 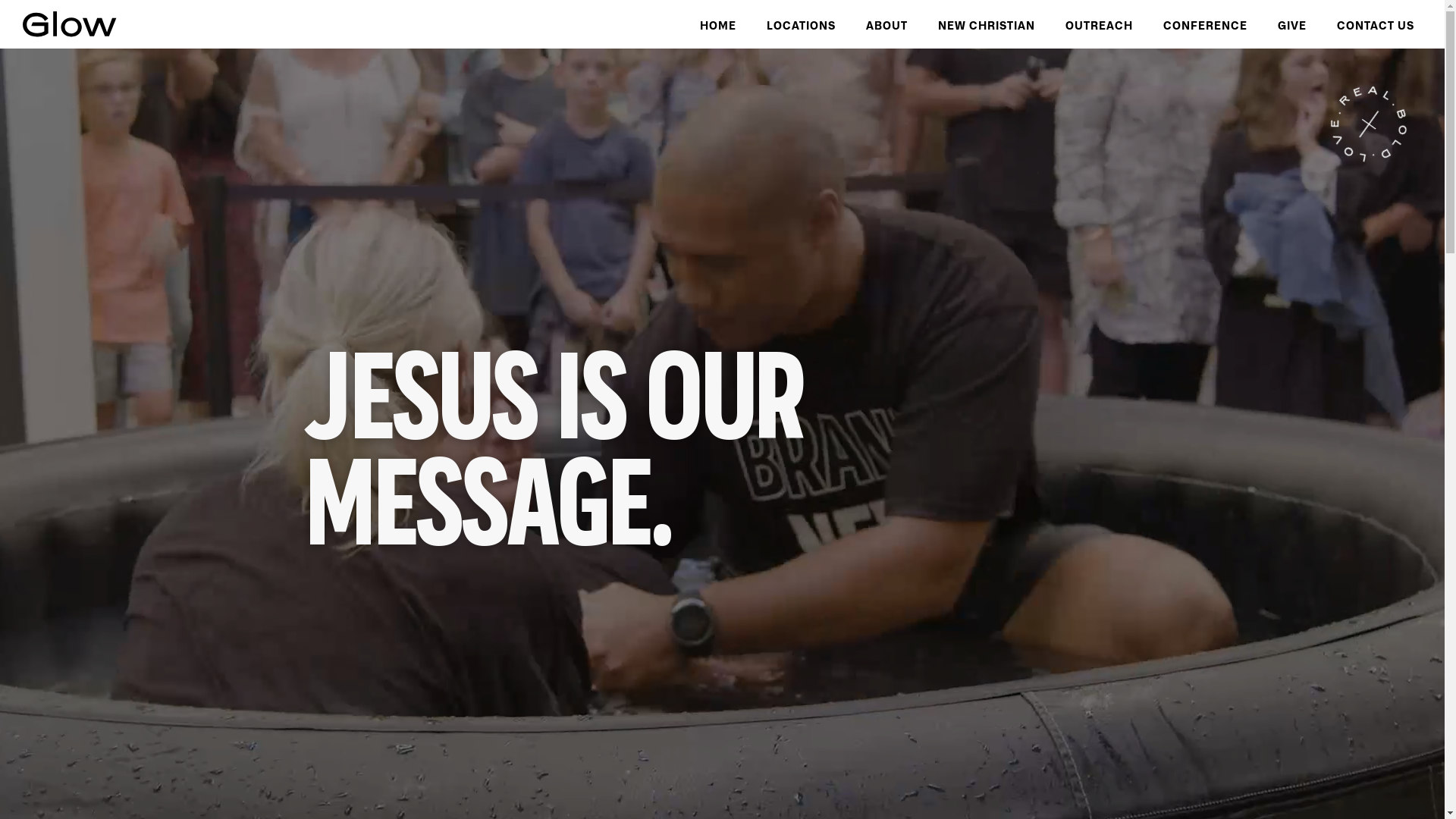 I want to click on 'LOCATIONS', so click(x=800, y=24).